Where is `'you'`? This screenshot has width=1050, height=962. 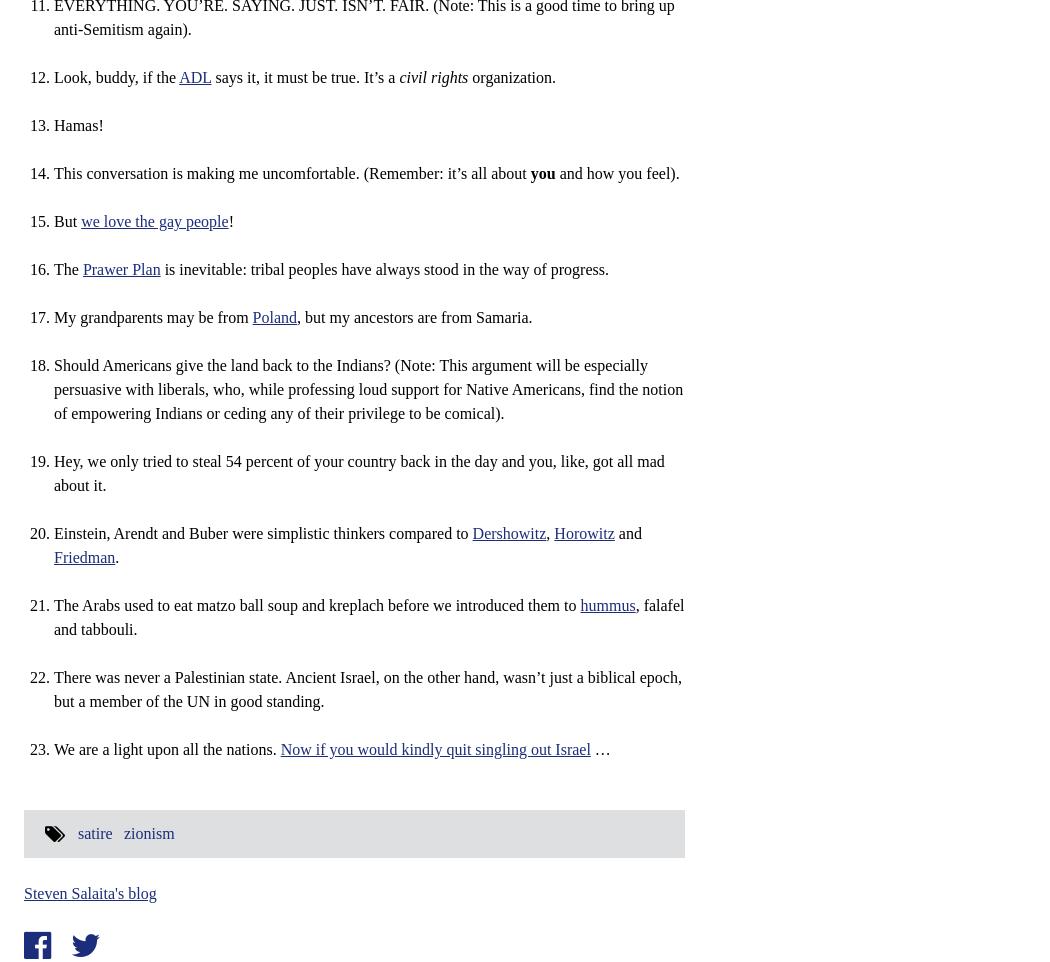 'you' is located at coordinates (542, 173).